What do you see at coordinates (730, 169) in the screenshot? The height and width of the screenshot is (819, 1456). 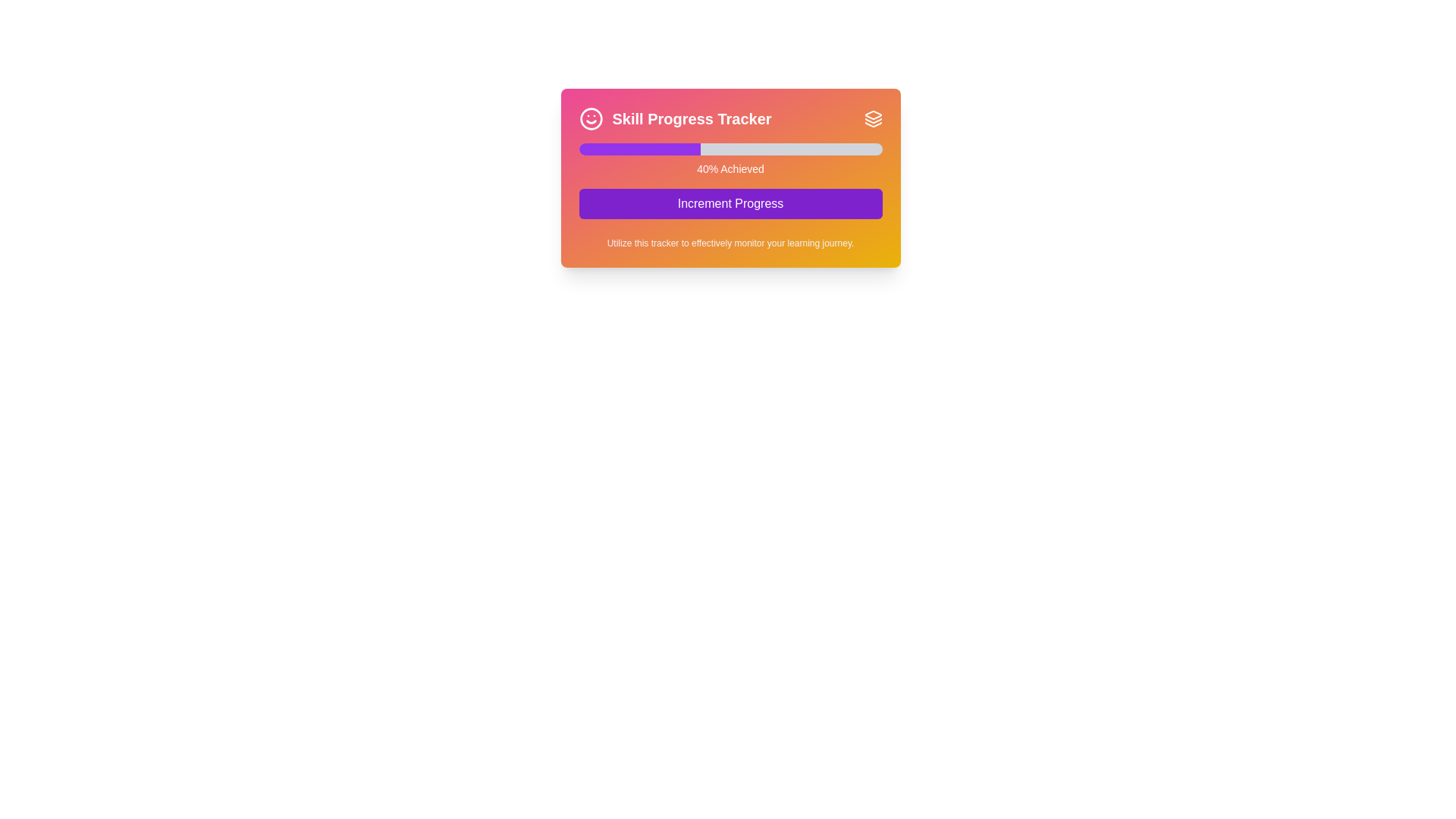 I see `the skill progress percentage label, which indicates the current completion percentage and is positioned beneath the progress bar and above the 'Increment Progress' button` at bounding box center [730, 169].